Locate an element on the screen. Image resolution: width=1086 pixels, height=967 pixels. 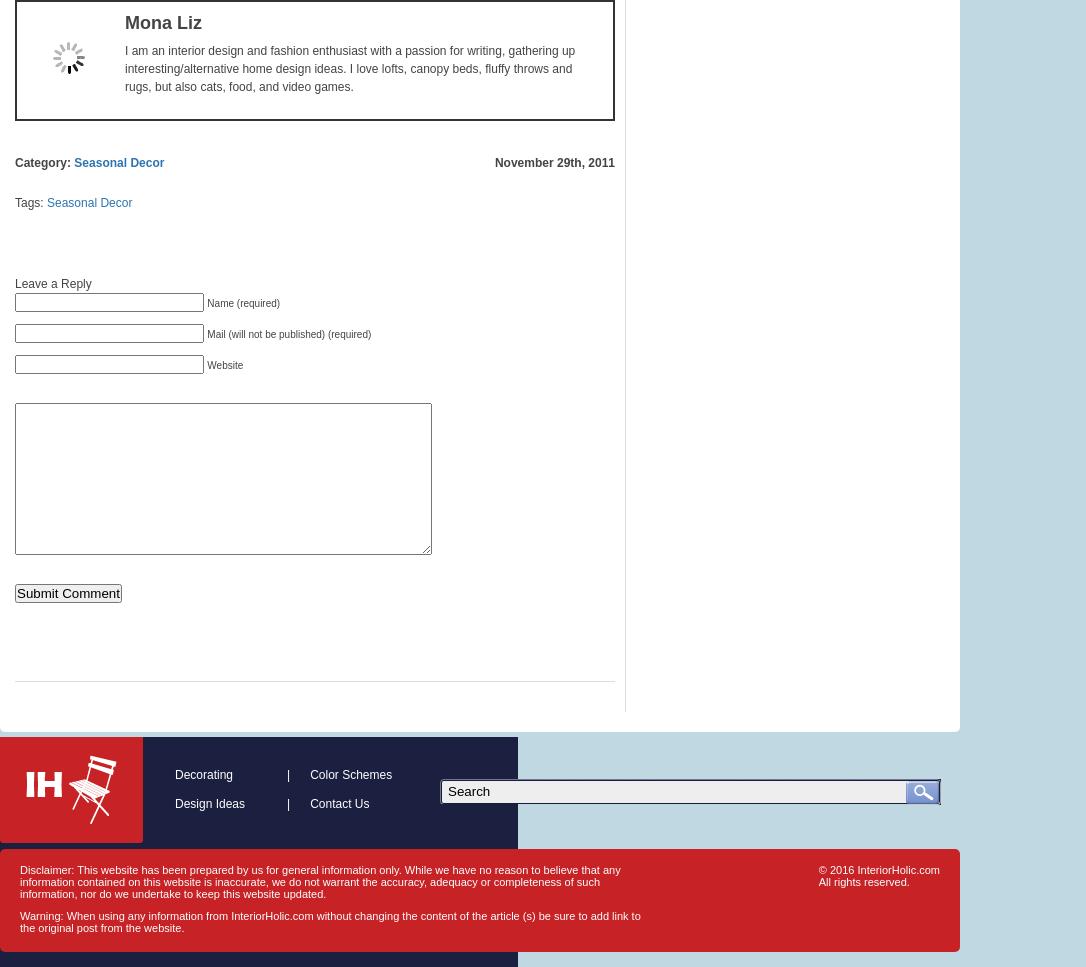
'Warning: When using any information from InteriorHolic.com without changing the content of the article (s) be sure to add link to the original post from the website.' is located at coordinates (19, 922).